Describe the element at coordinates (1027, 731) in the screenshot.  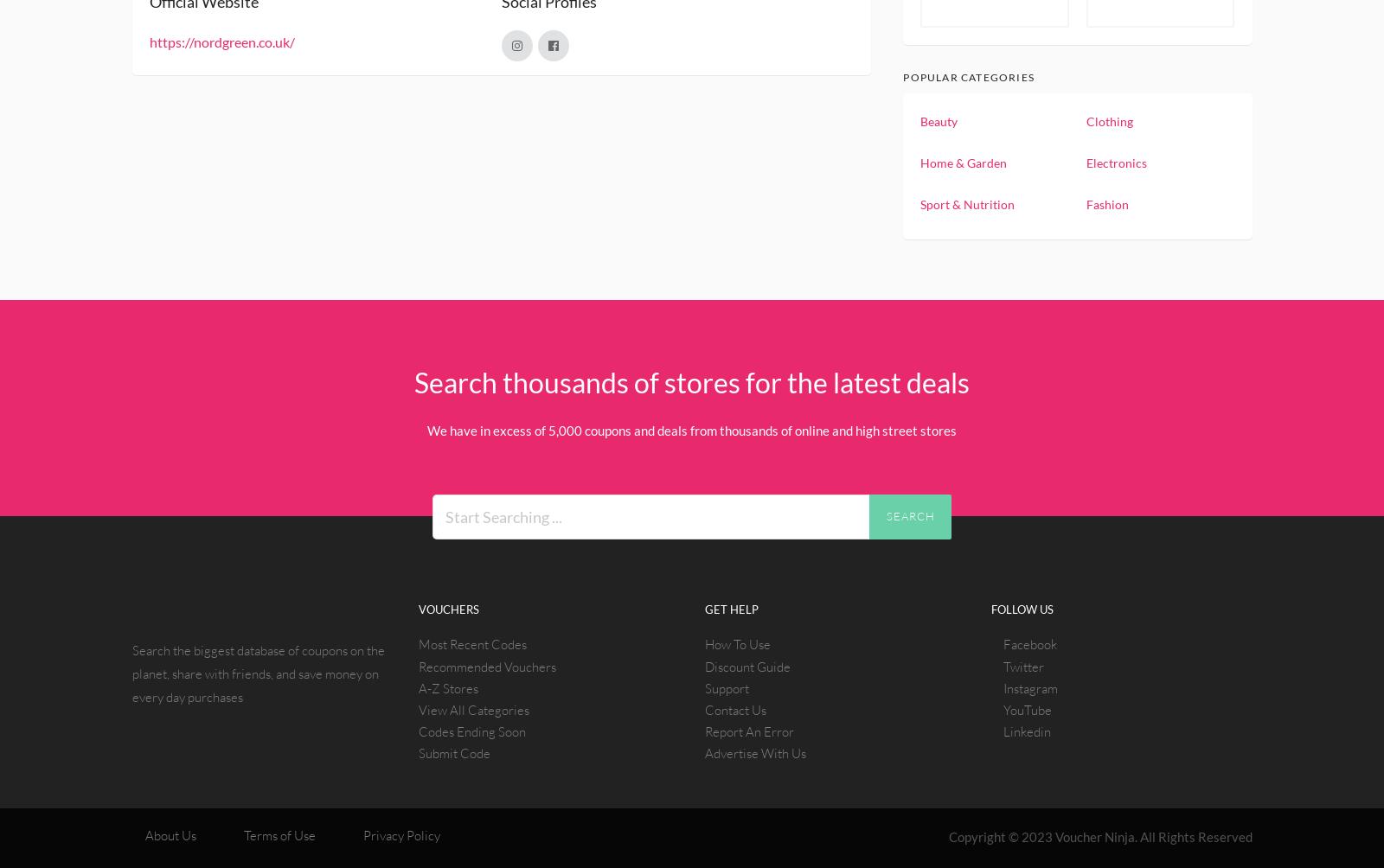
I see `'Linkedin'` at that location.